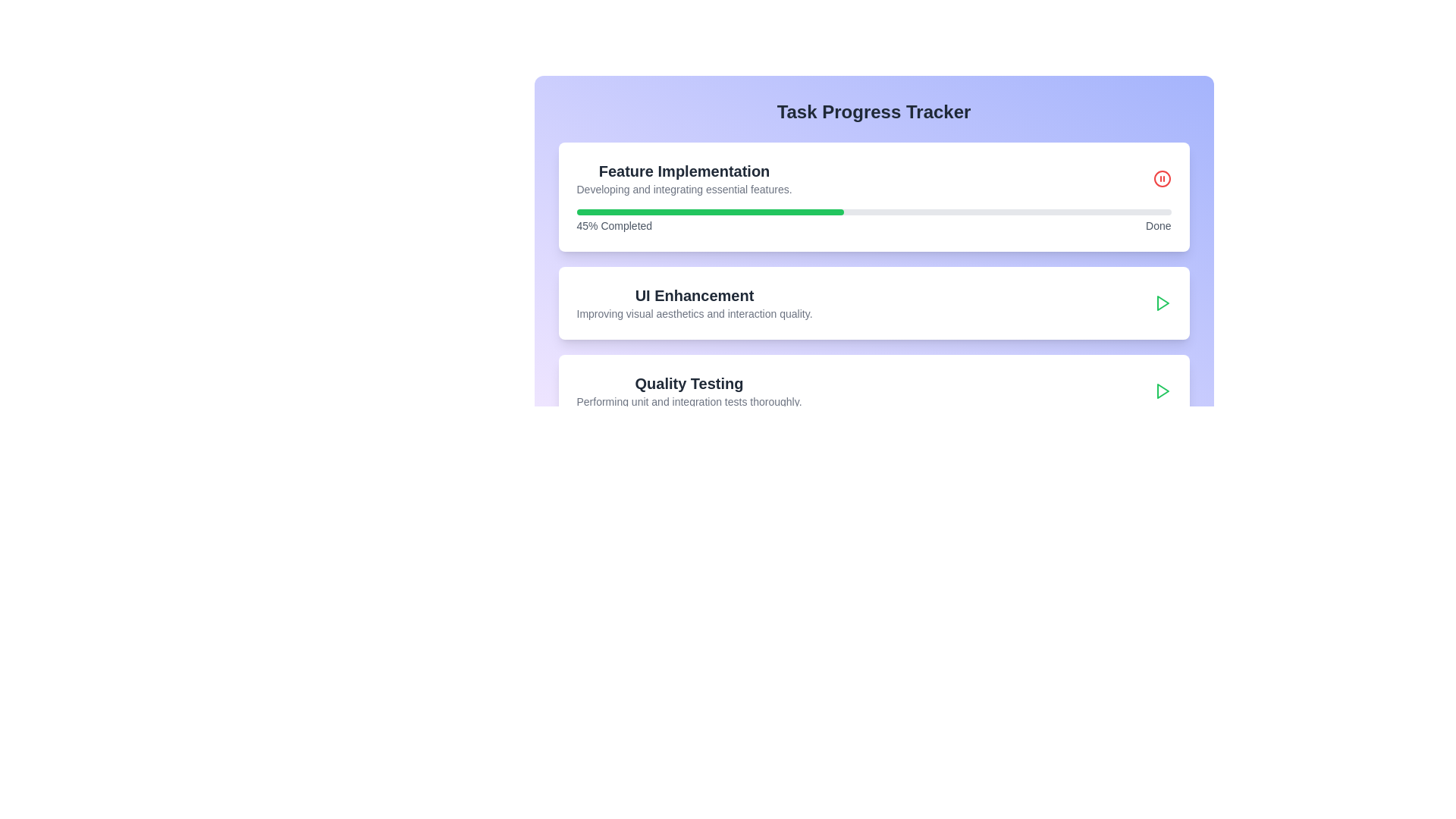 Image resolution: width=1456 pixels, height=819 pixels. What do you see at coordinates (1161, 177) in the screenshot?
I see `the central circular feature of the pause button icon, which is filled with red color and located in the top task card of the list` at bounding box center [1161, 177].